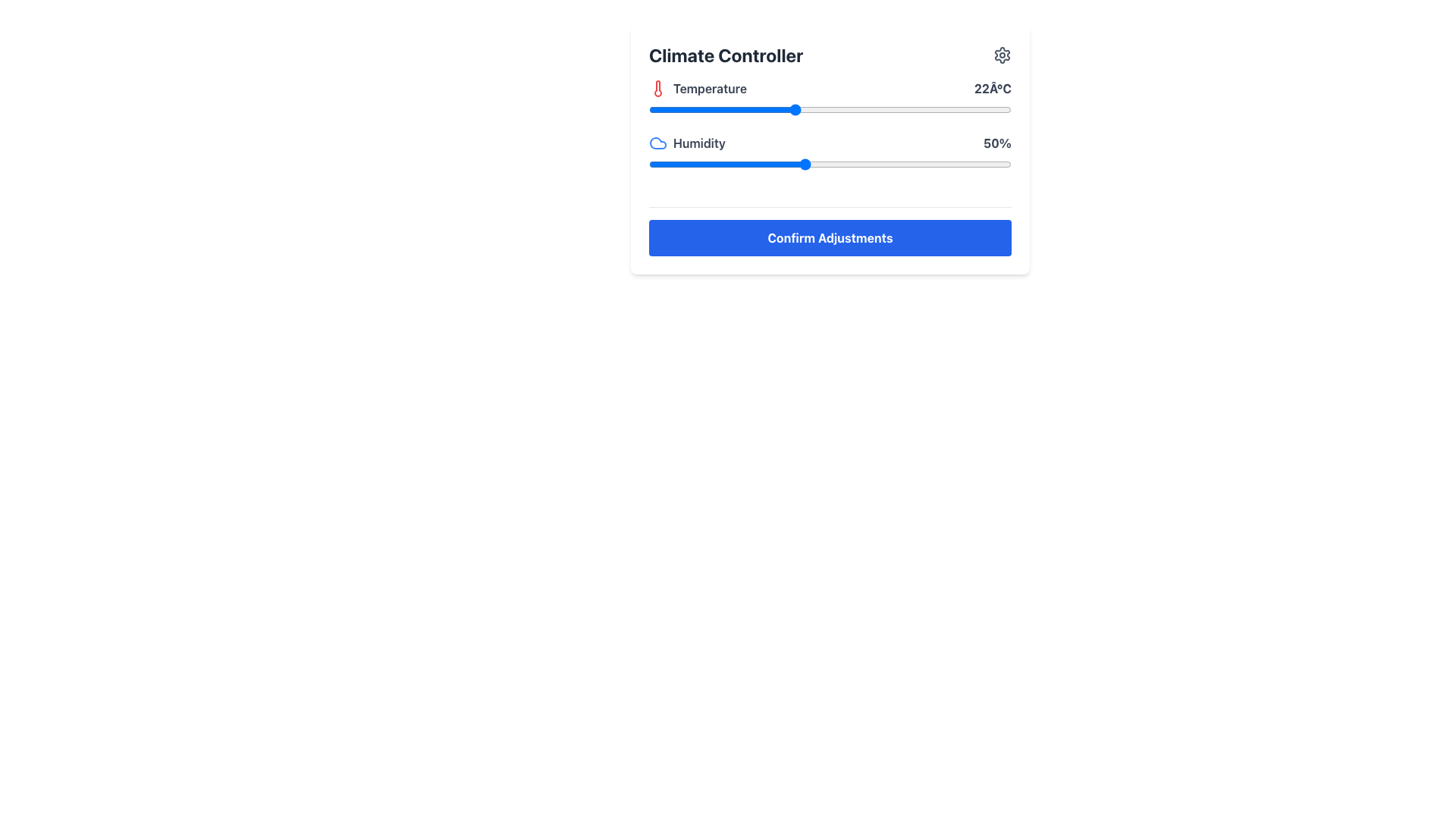 The width and height of the screenshot is (1456, 819). What do you see at coordinates (658, 143) in the screenshot?
I see `the cloud-like icon located in the top-right corner of the 'Climate Controller' panel, indicating weather control or cloud-related operations` at bounding box center [658, 143].